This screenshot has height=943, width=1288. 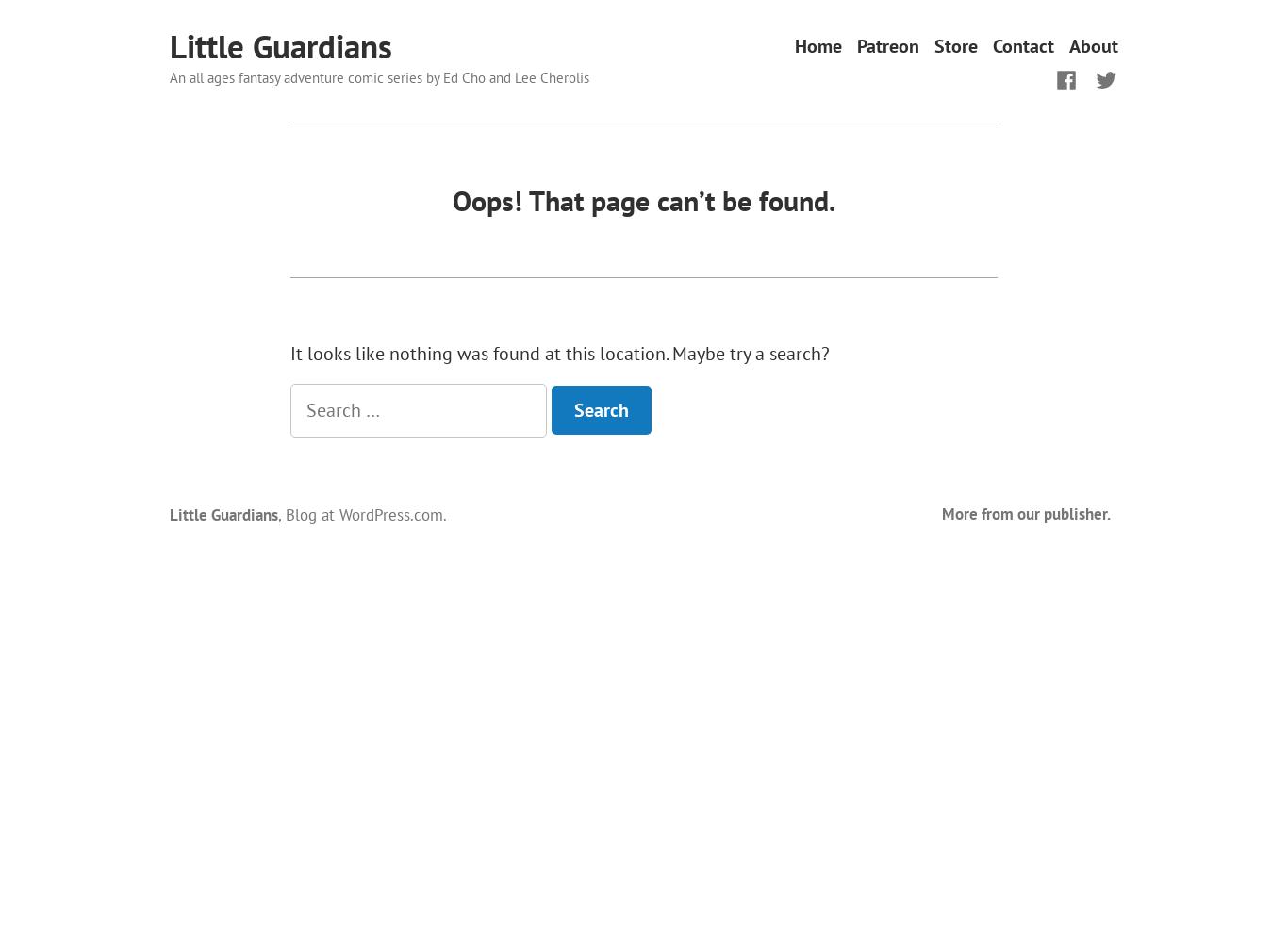 What do you see at coordinates (644, 198) in the screenshot?
I see `'Oops! That page can’t be found.'` at bounding box center [644, 198].